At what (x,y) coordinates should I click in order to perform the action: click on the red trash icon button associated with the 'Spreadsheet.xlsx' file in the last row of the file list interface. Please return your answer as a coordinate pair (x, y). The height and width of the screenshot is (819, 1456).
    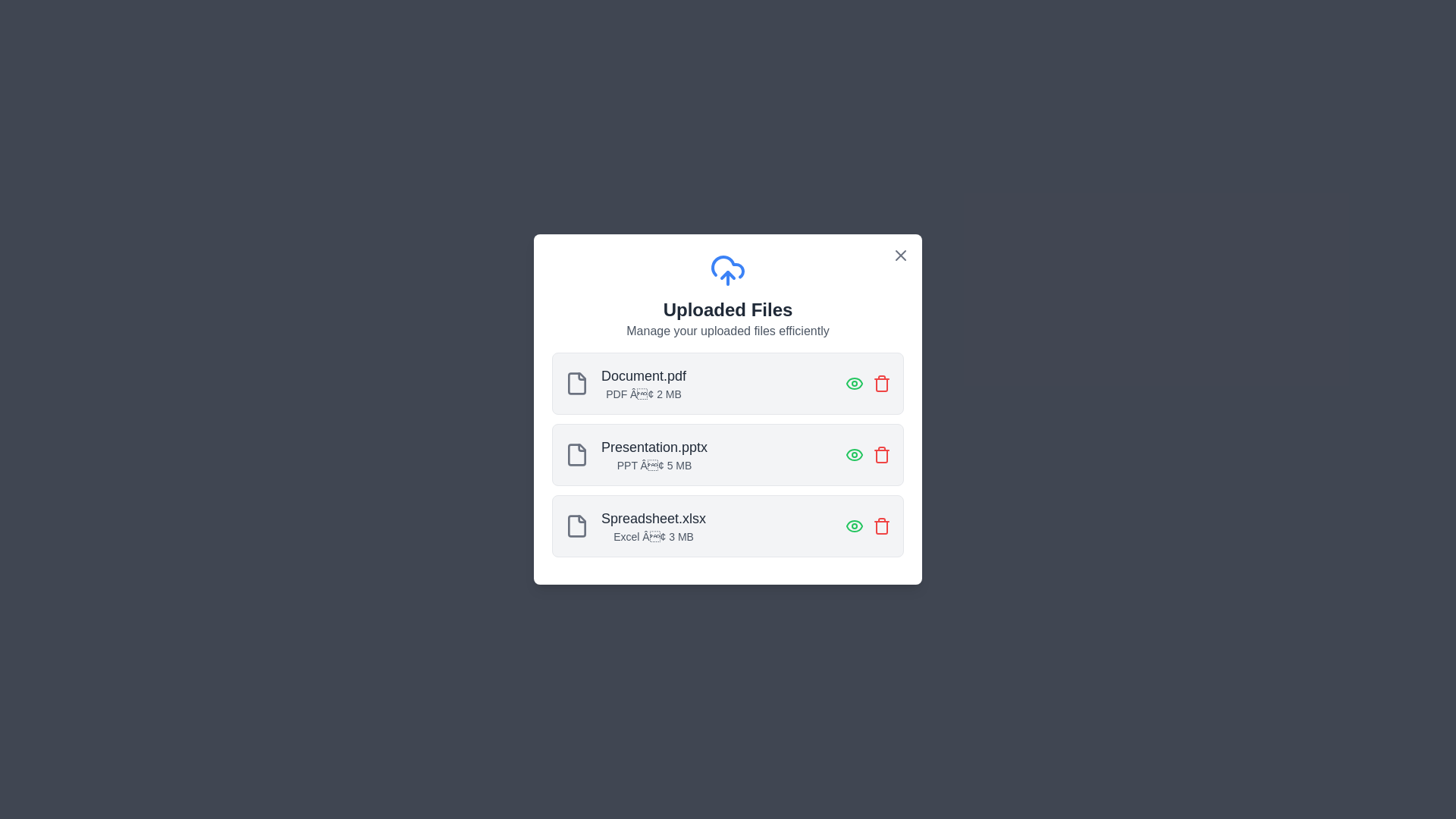
    Looking at the image, I should click on (881, 526).